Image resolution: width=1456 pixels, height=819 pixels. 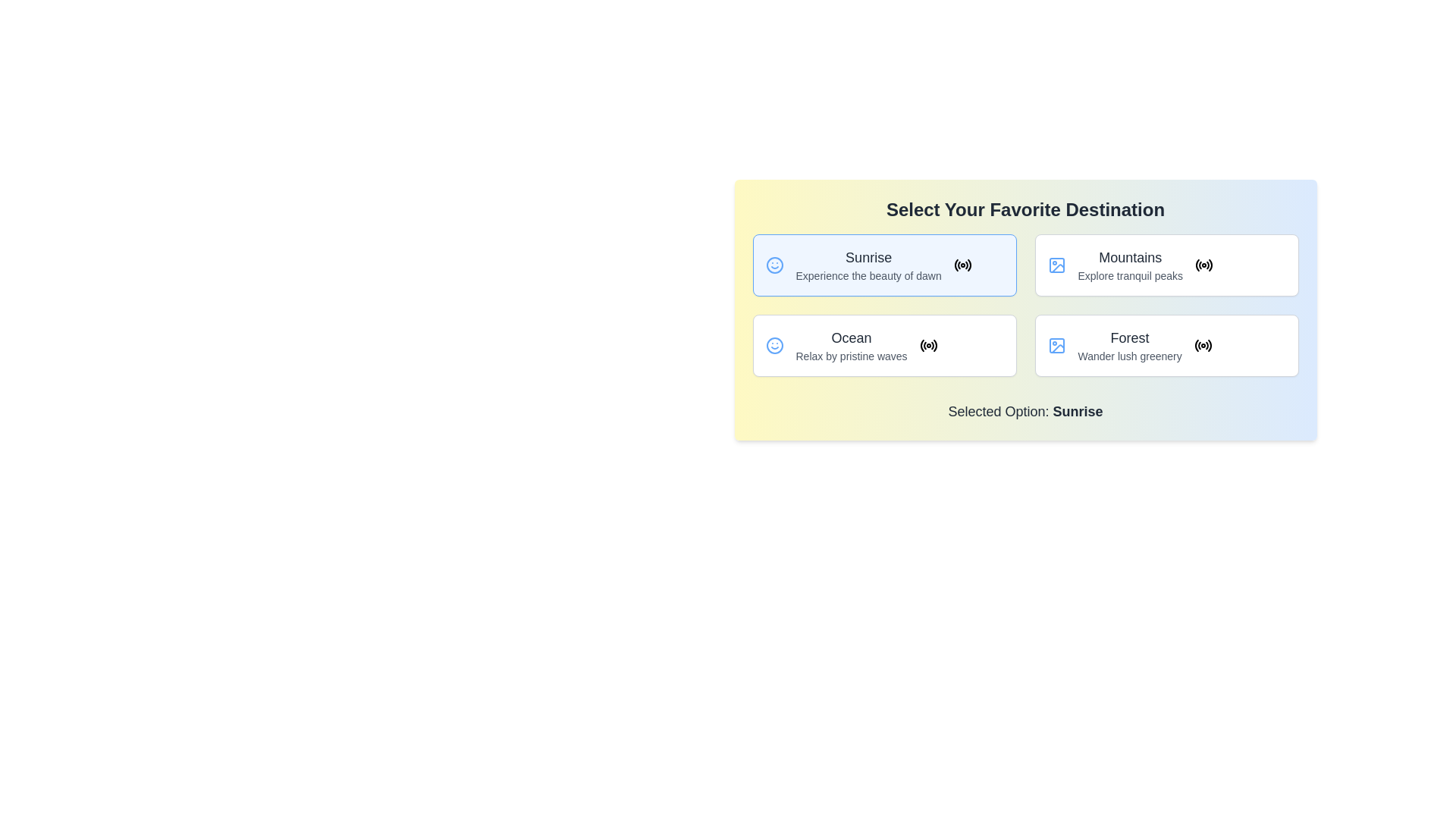 What do you see at coordinates (774, 265) in the screenshot?
I see `the circular graphical component outlined with a stroke, located at the center of the smiling icon within the 'Ocean' selection button in the second row of options` at bounding box center [774, 265].